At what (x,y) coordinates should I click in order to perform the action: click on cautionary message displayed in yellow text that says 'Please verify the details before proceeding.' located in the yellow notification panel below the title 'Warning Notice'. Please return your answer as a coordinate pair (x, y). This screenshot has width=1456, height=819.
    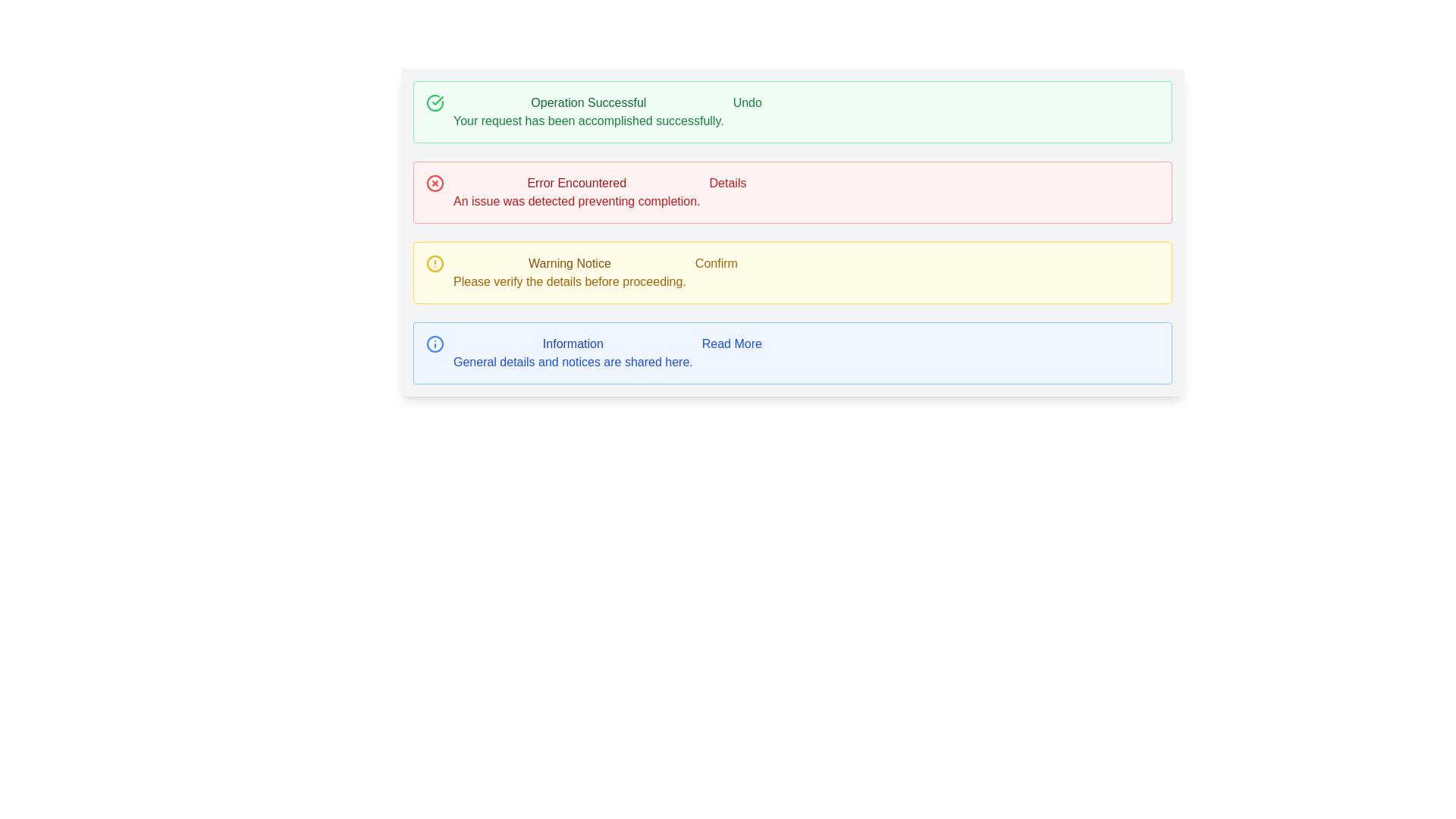
    Looking at the image, I should click on (569, 281).